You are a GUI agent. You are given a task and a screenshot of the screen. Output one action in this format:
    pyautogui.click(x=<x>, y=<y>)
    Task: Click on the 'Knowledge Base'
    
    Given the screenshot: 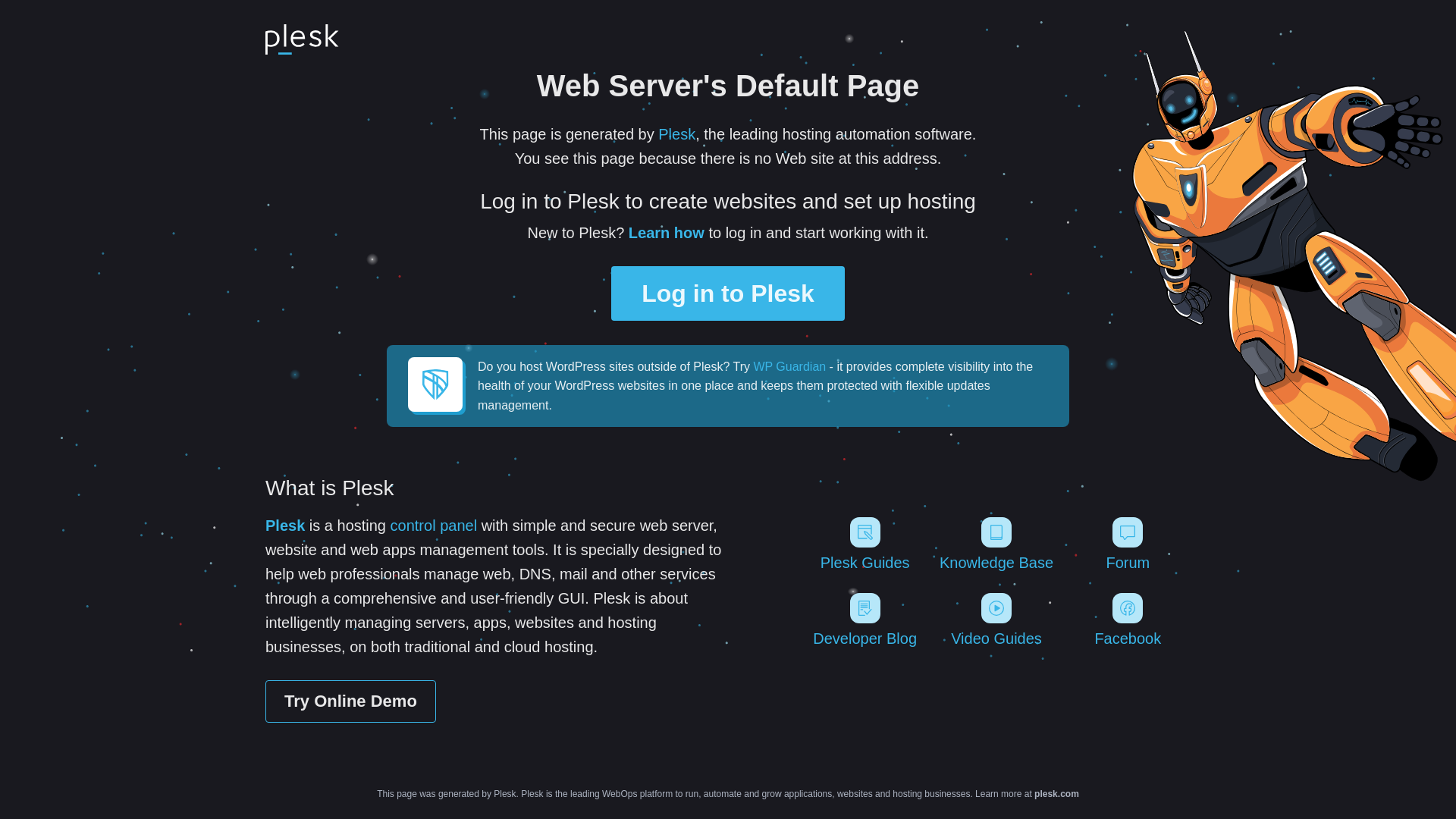 What is the action you would take?
    pyautogui.click(x=996, y=543)
    